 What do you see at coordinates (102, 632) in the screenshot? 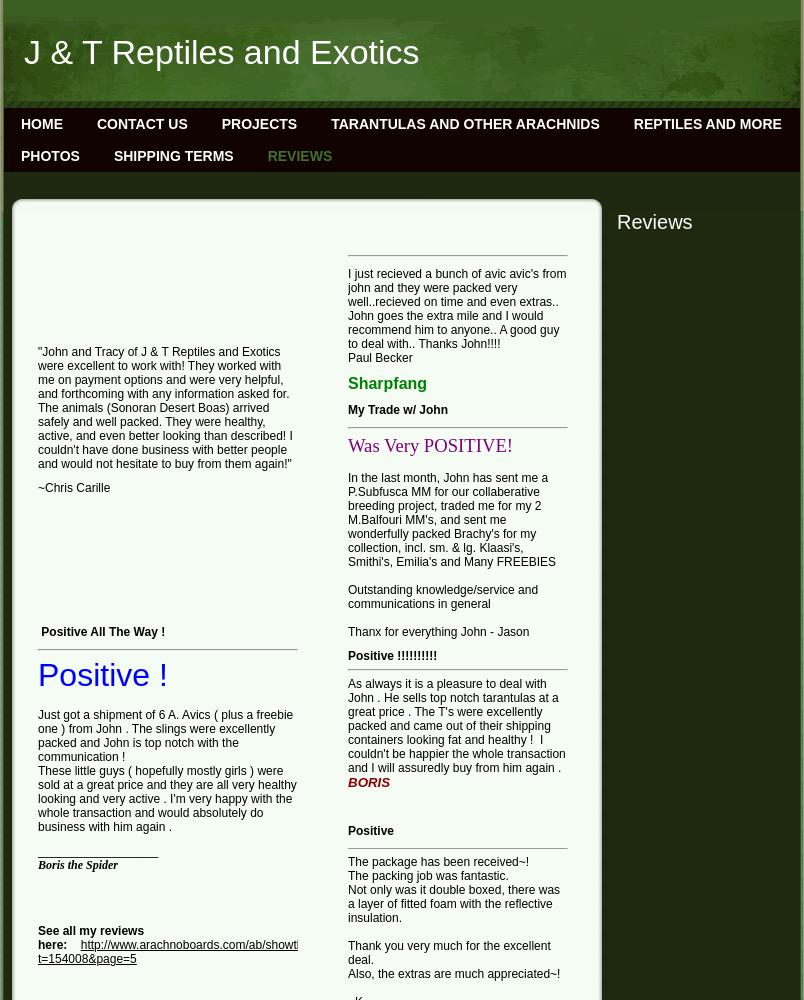
I see `'Positive All The Way !'` at bounding box center [102, 632].